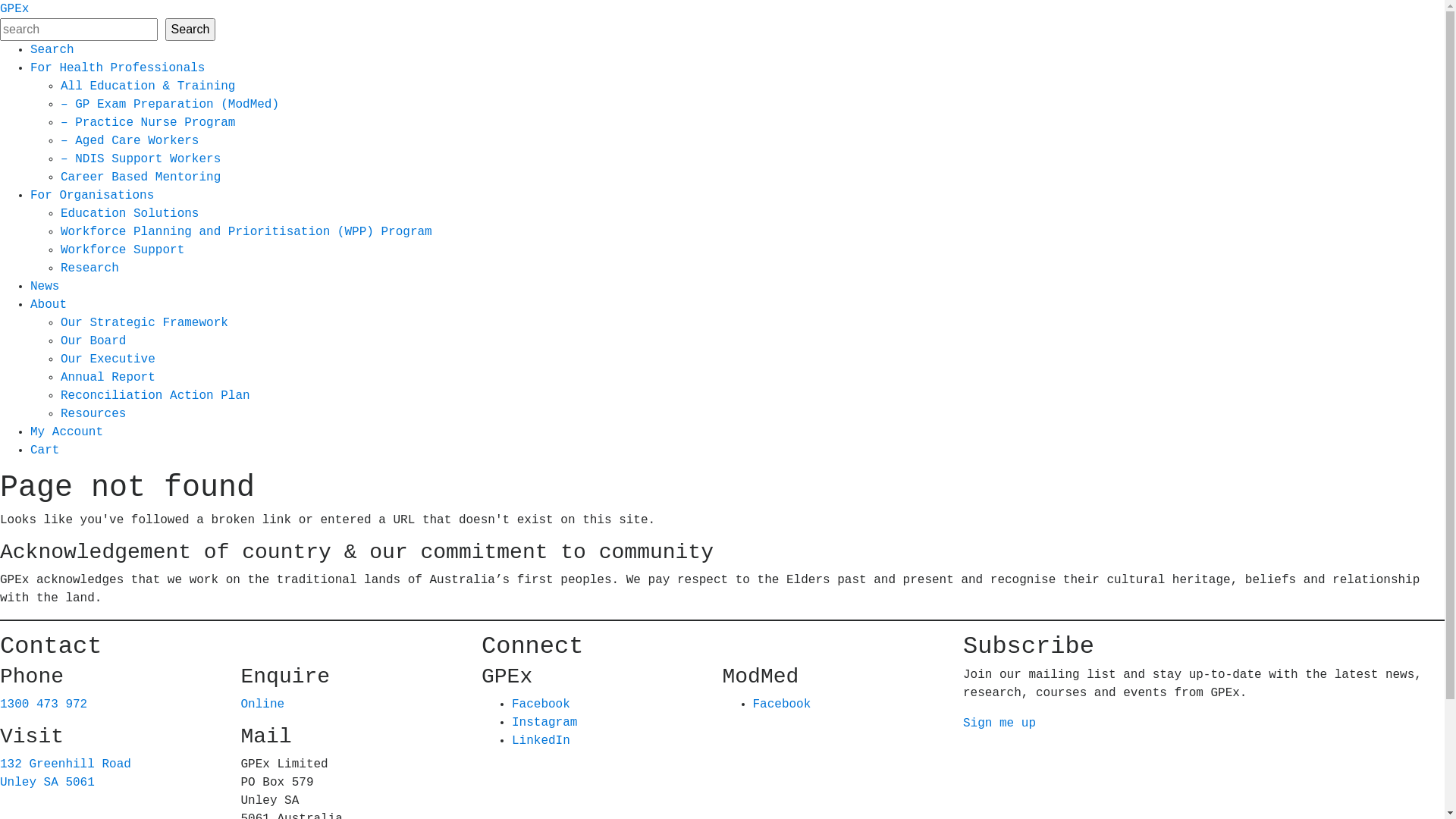  I want to click on 'Search', so click(52, 49).